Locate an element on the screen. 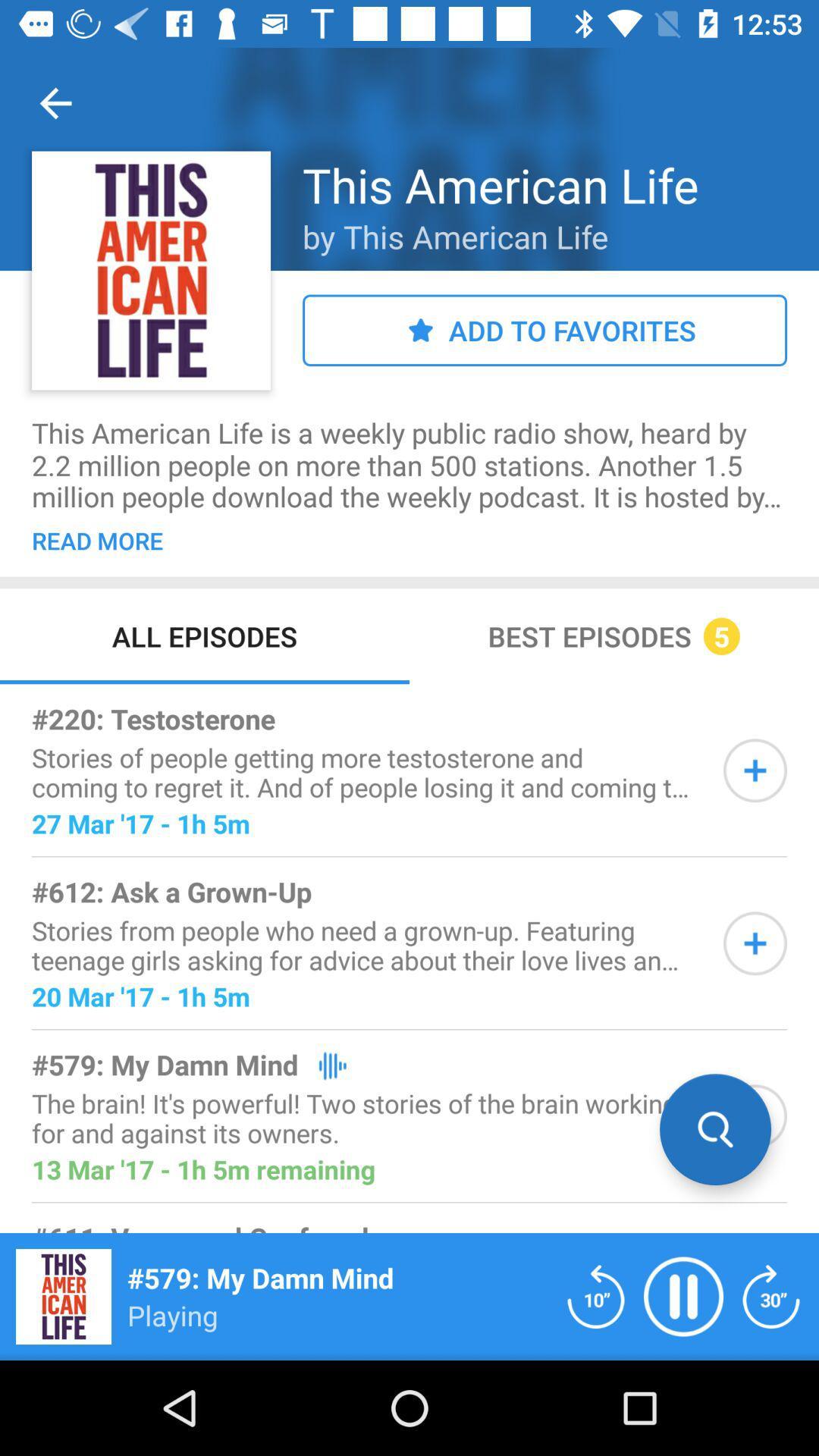 The width and height of the screenshot is (819, 1456). backward 10 secound is located at coordinates (595, 1295).